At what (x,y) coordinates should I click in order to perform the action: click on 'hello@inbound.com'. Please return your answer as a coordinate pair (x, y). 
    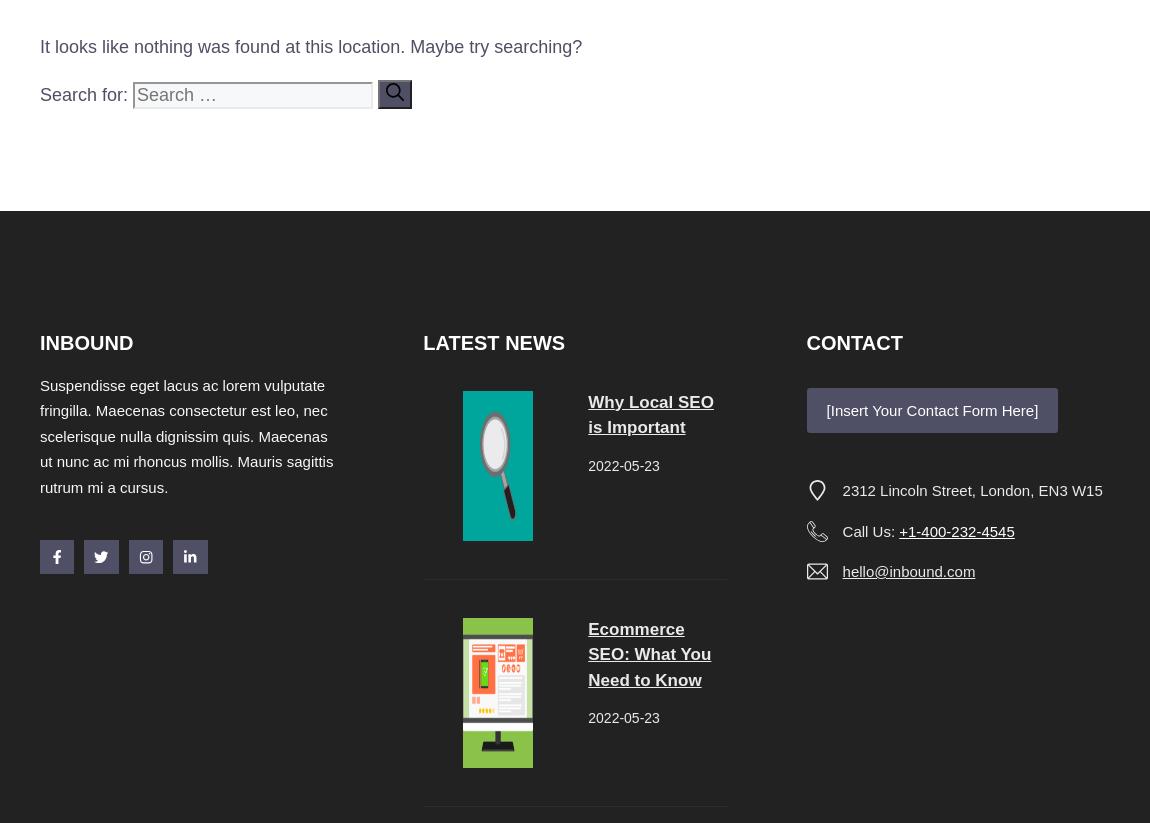
    Looking at the image, I should click on (908, 571).